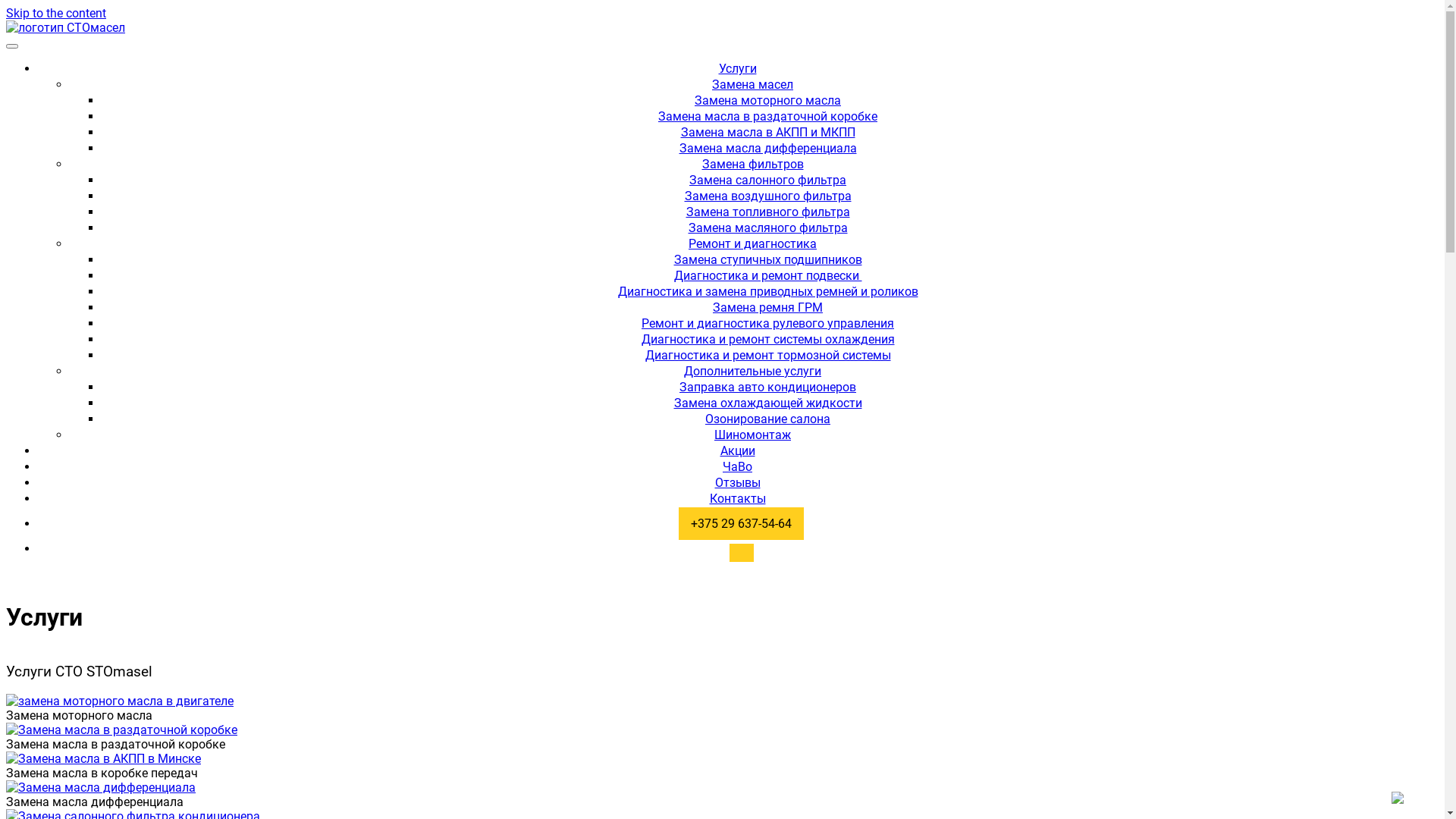 The width and height of the screenshot is (1456, 819). Describe the element at coordinates (737, 522) in the screenshot. I see `'+375 29 637-54-64'` at that location.